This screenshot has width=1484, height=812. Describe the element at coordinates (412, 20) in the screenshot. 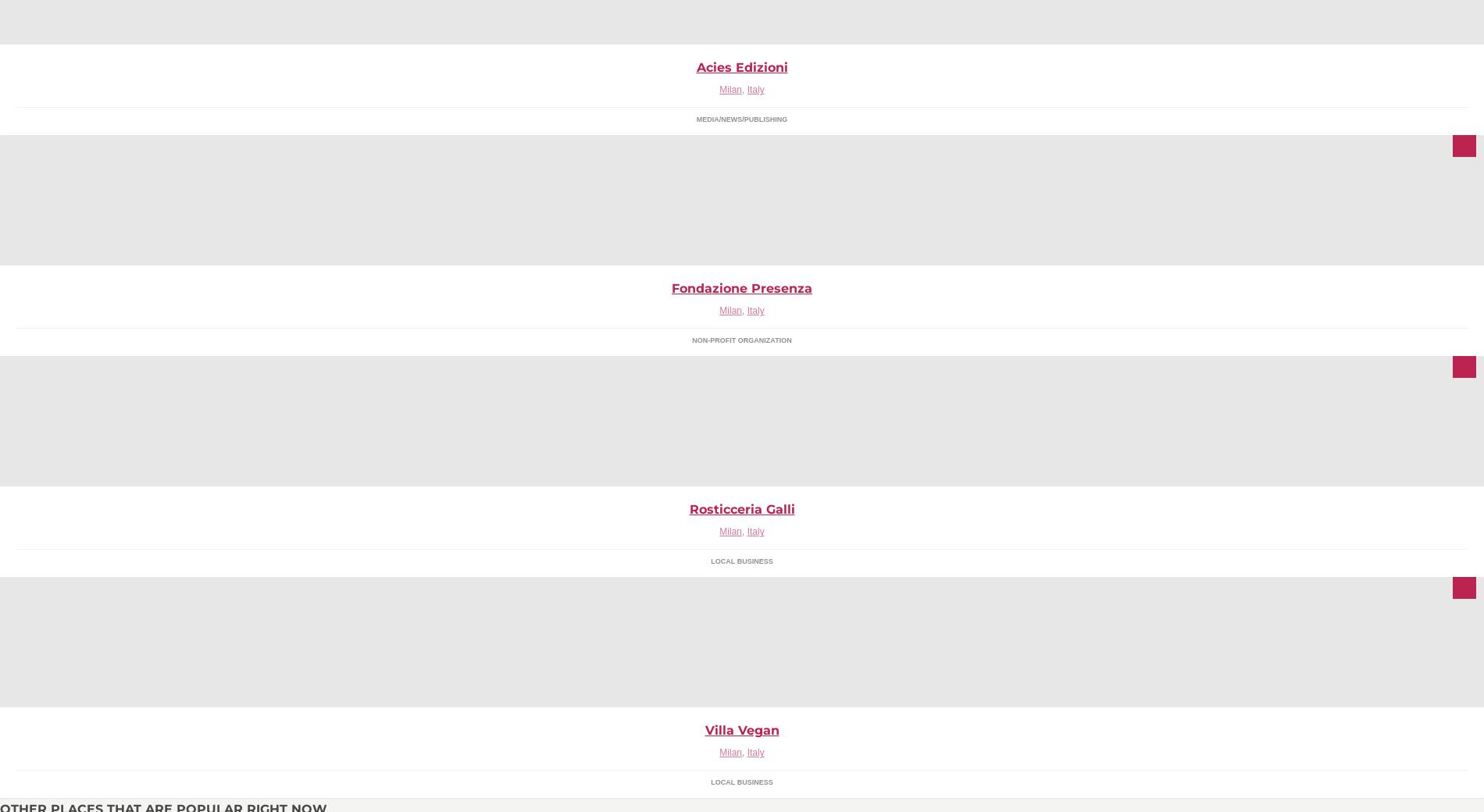

I see `'Te.De.S. S.r.l. - Technical Developments of Sound - rappresenta e distribuisce per il mercato italiano alcuni dei nomi più prestigiosi nel panorama internazionale dell'audio professionale.'` at that location.